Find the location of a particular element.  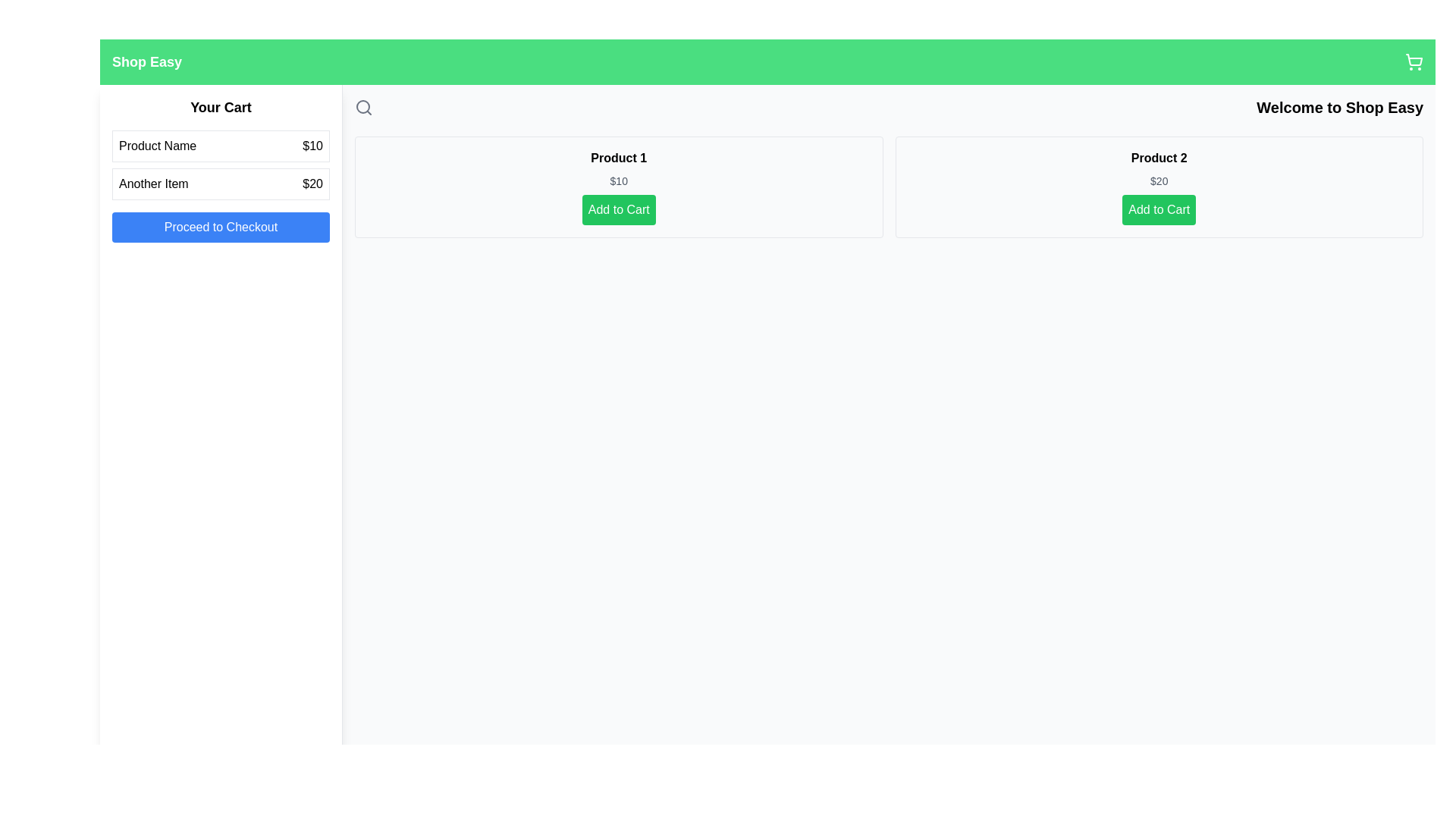

text label that says 'Another Item' located in the 'Your Cart' section on the left panel, which is the second item listed below 'Product Name' is located at coordinates (153, 184).